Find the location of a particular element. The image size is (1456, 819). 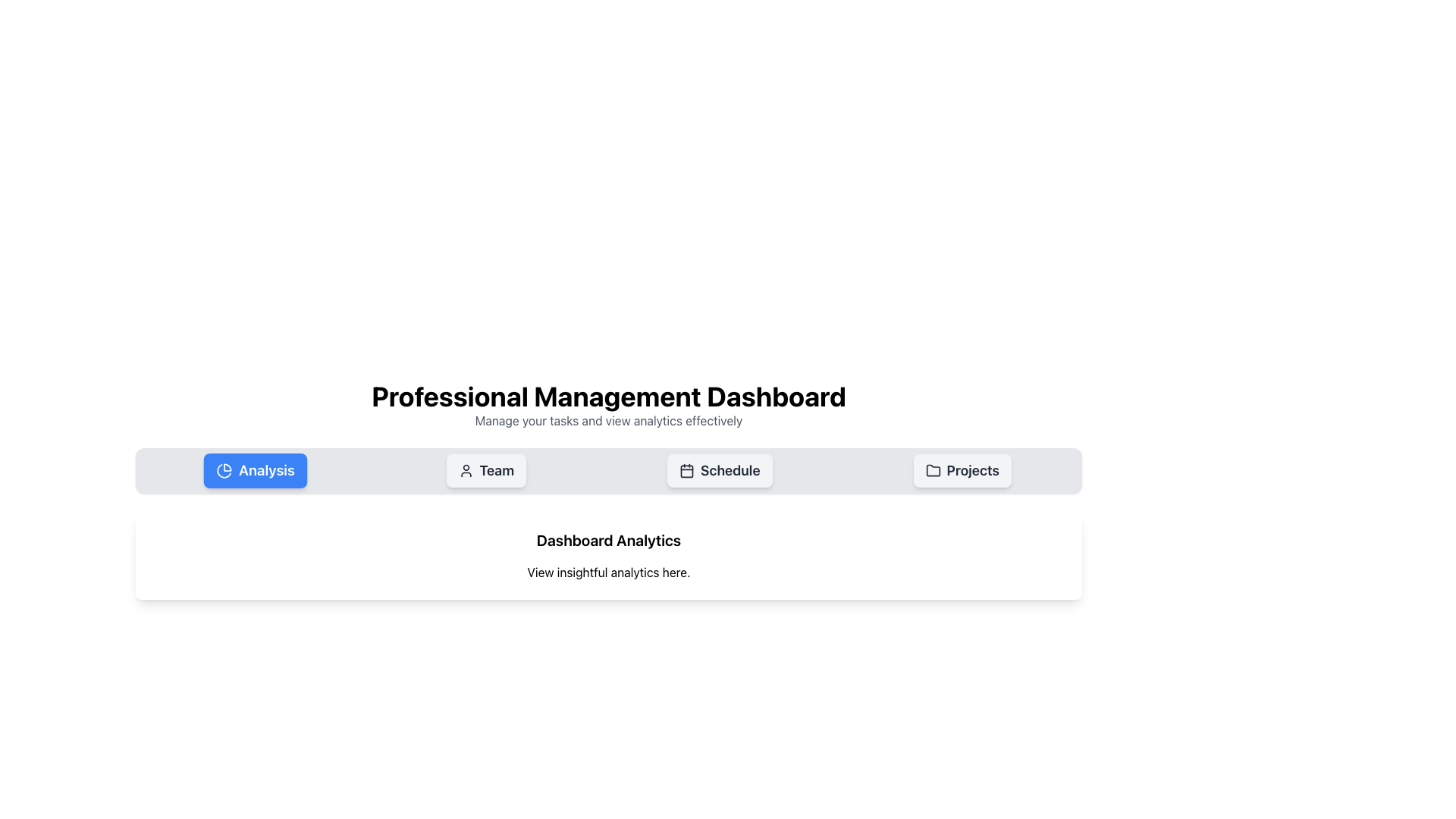

the third button from the left in the horizontal row of four buttons is located at coordinates (719, 470).